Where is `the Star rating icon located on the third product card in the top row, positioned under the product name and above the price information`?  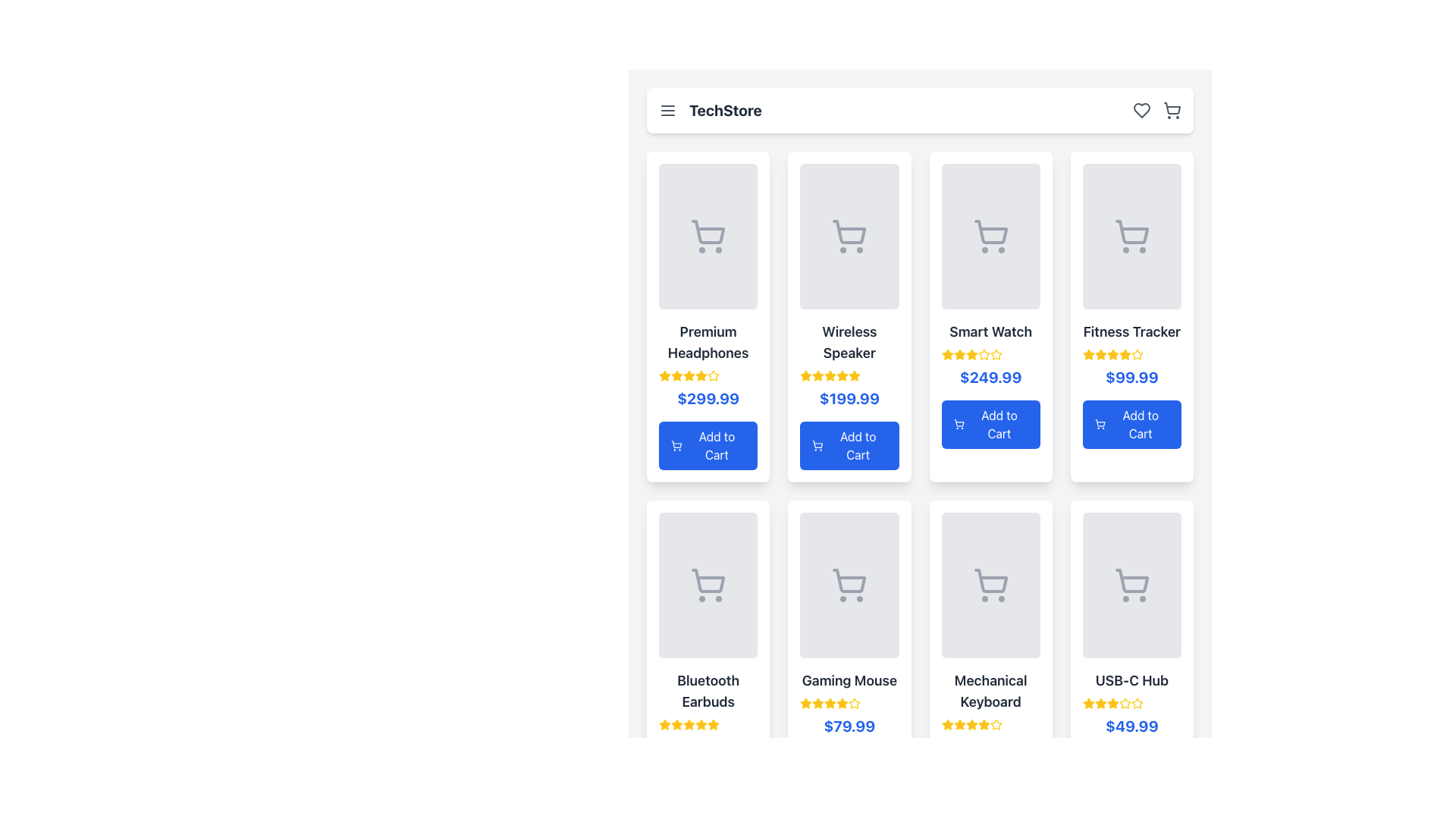
the Star rating icon located on the third product card in the top row, positioned under the product name and above the price information is located at coordinates (946, 354).